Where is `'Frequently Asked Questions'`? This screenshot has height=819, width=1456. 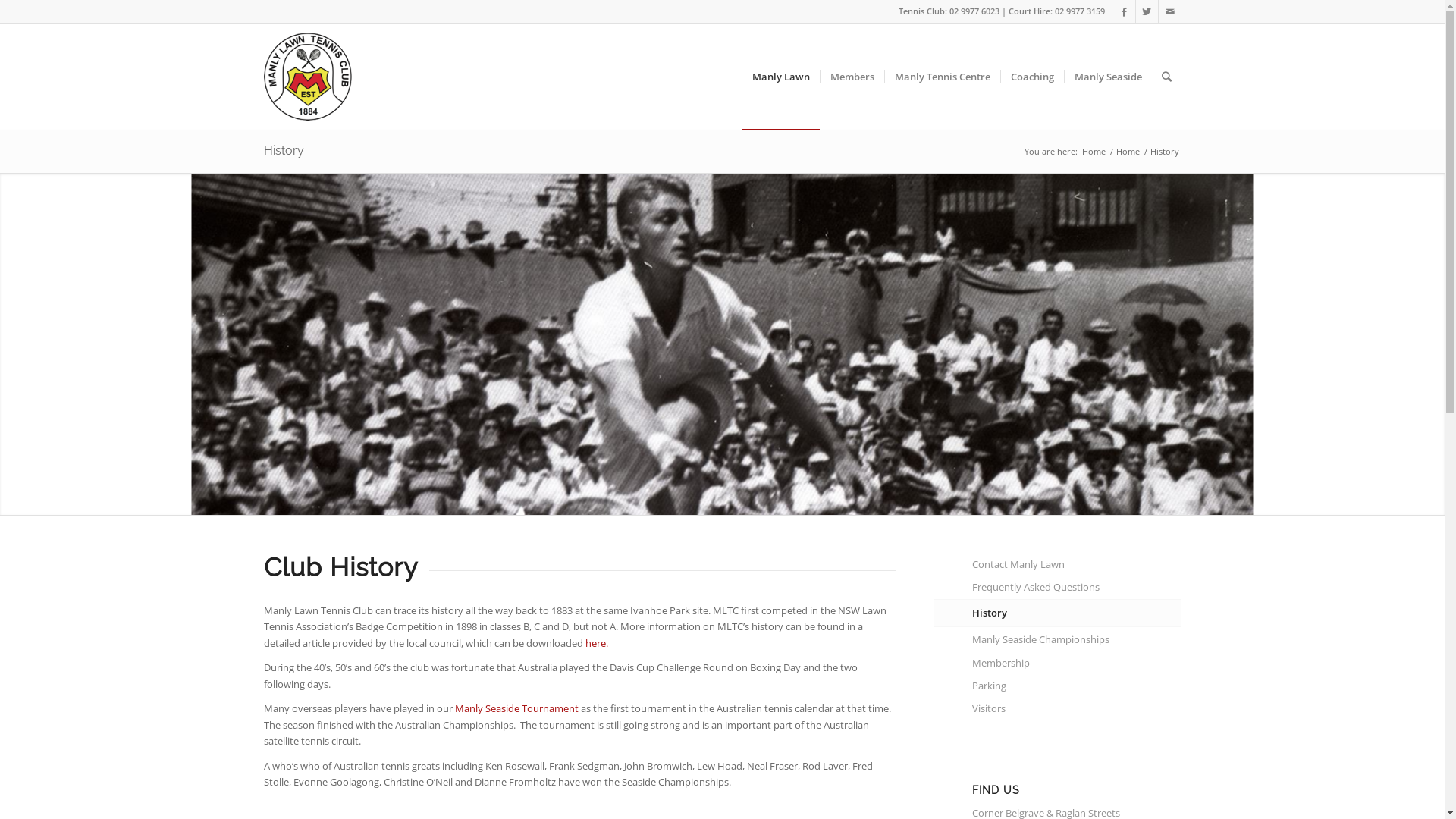 'Frequently Asked Questions' is located at coordinates (1076, 587).